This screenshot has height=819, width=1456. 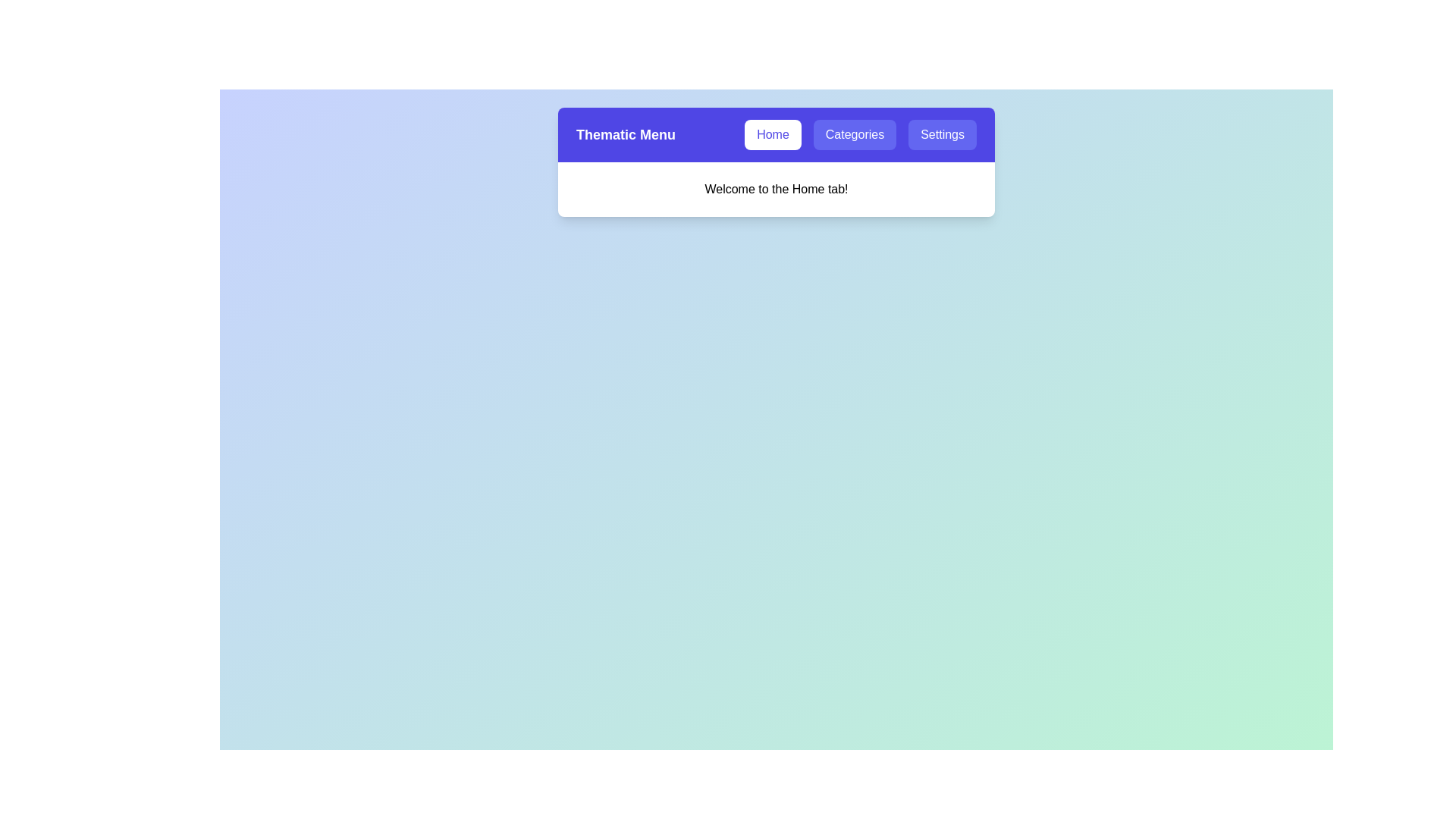 I want to click on the Home tab by clicking on its button, so click(x=772, y=133).